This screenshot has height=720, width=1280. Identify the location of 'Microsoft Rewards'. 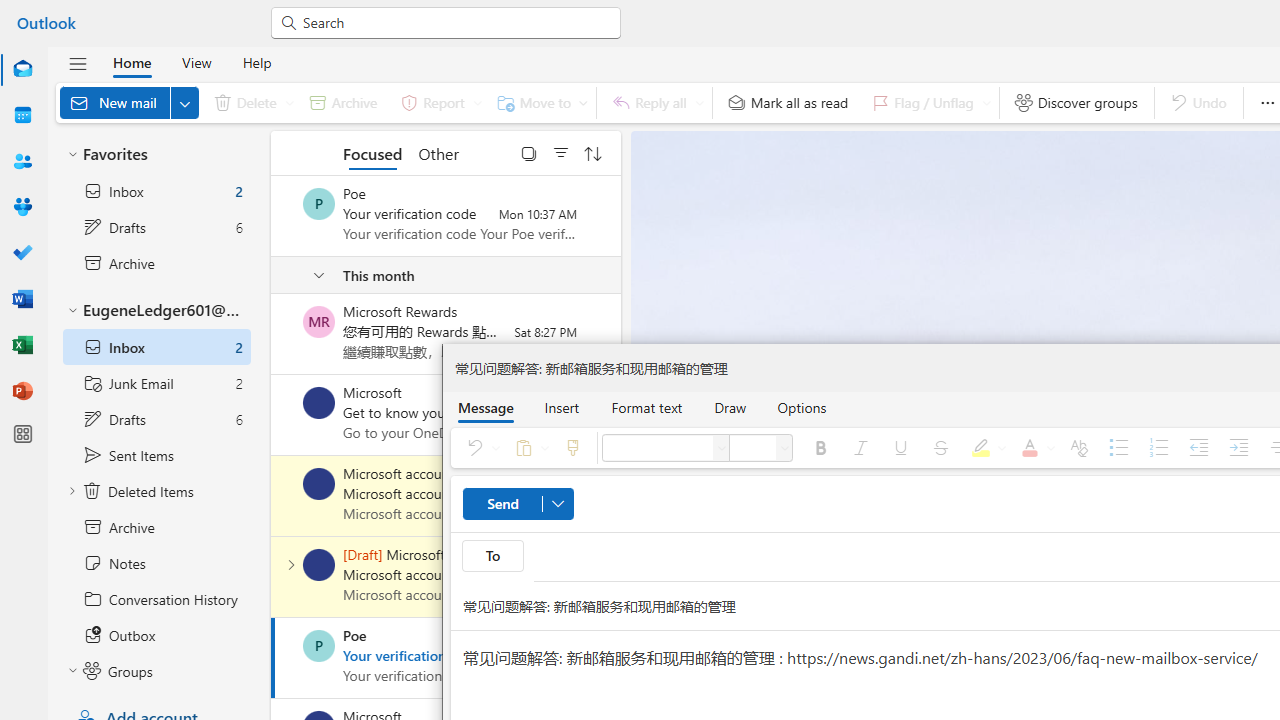
(318, 320).